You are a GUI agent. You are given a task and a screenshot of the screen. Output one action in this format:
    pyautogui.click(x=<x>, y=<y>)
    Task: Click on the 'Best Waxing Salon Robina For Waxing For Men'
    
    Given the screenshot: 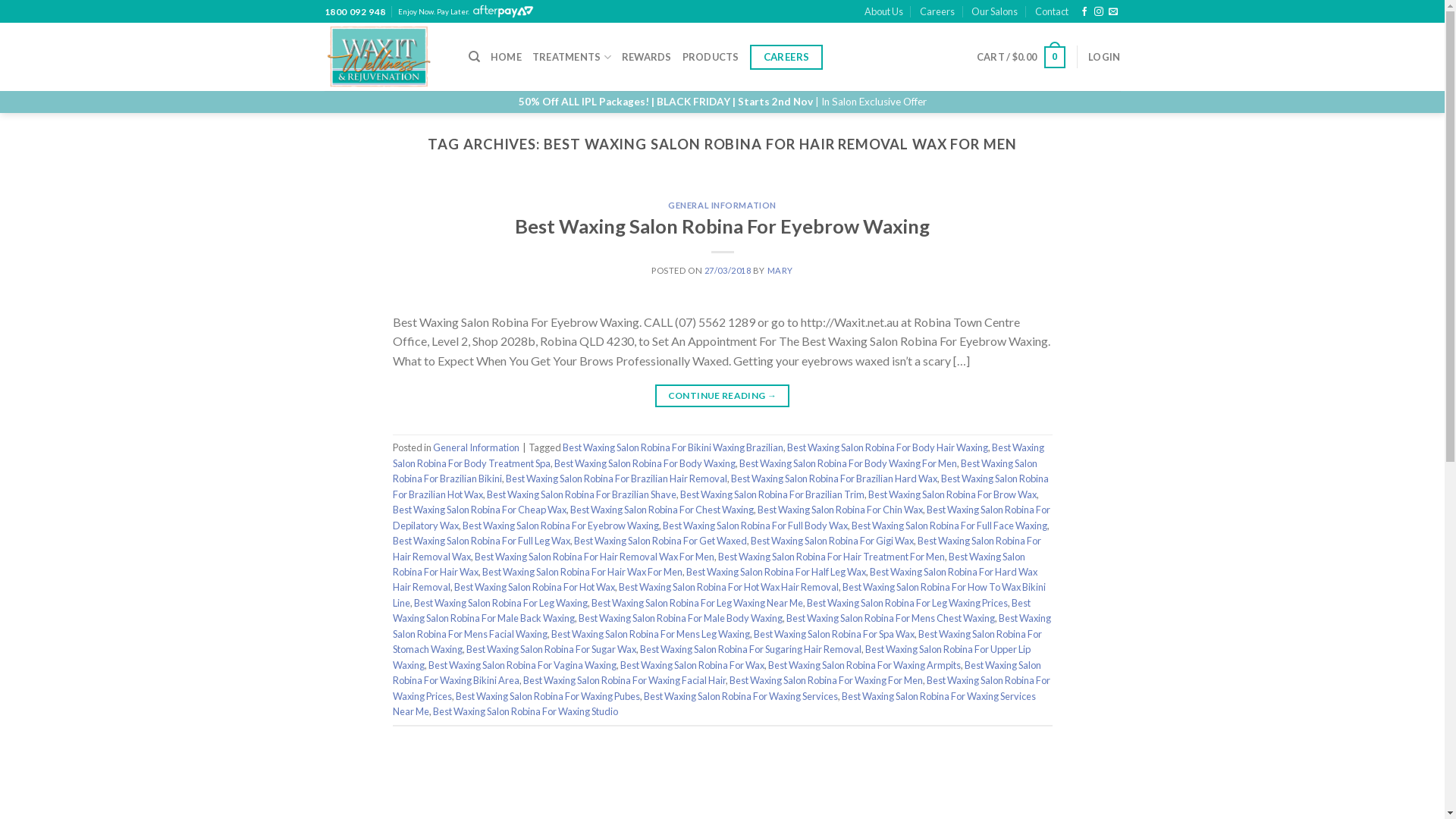 What is the action you would take?
    pyautogui.click(x=825, y=679)
    